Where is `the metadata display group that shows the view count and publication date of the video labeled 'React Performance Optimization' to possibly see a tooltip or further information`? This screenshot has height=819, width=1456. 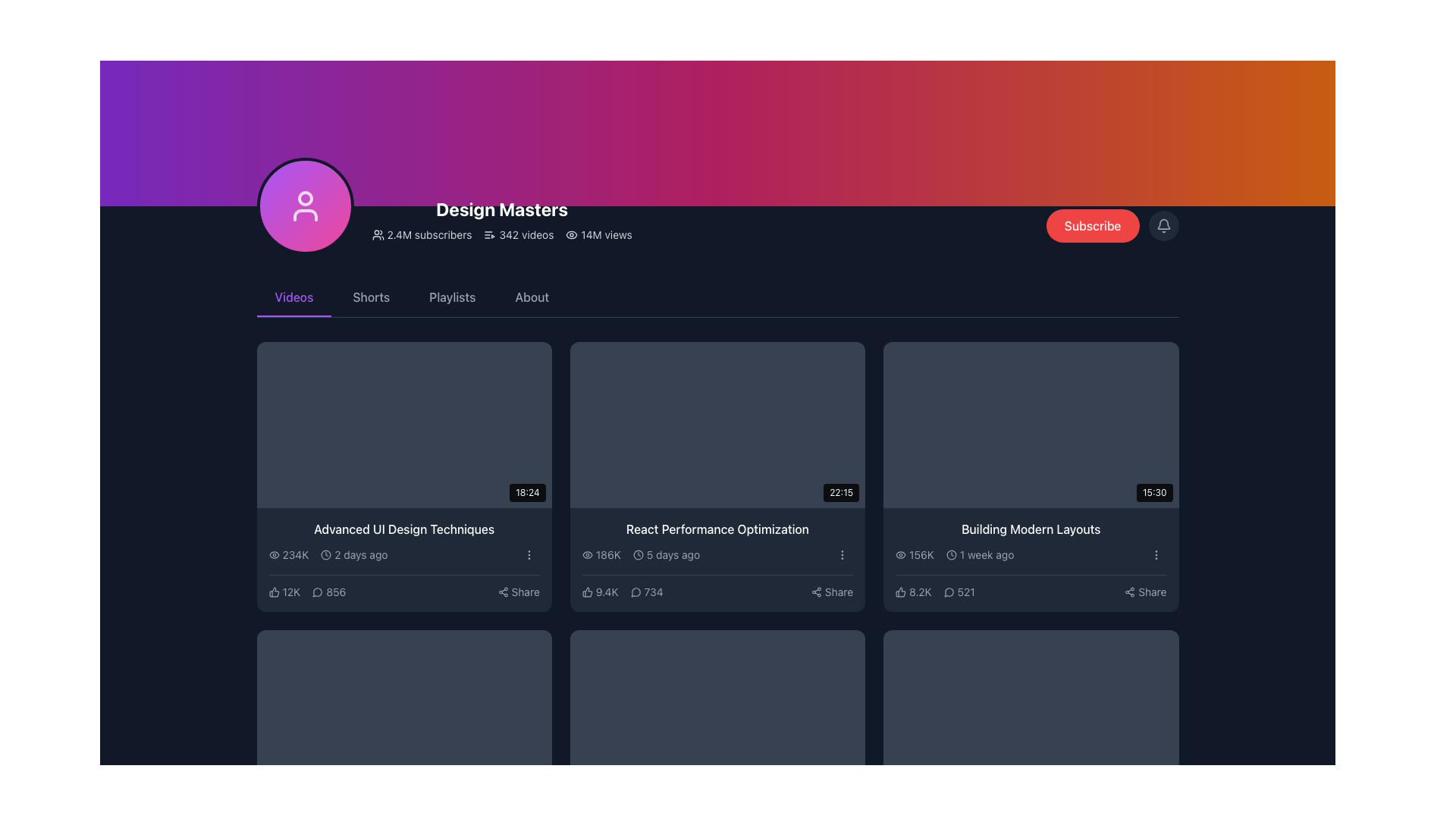
the metadata display group that shows the view count and publication date of the video labeled 'React Performance Optimization' to possibly see a tooltip or further information is located at coordinates (641, 555).